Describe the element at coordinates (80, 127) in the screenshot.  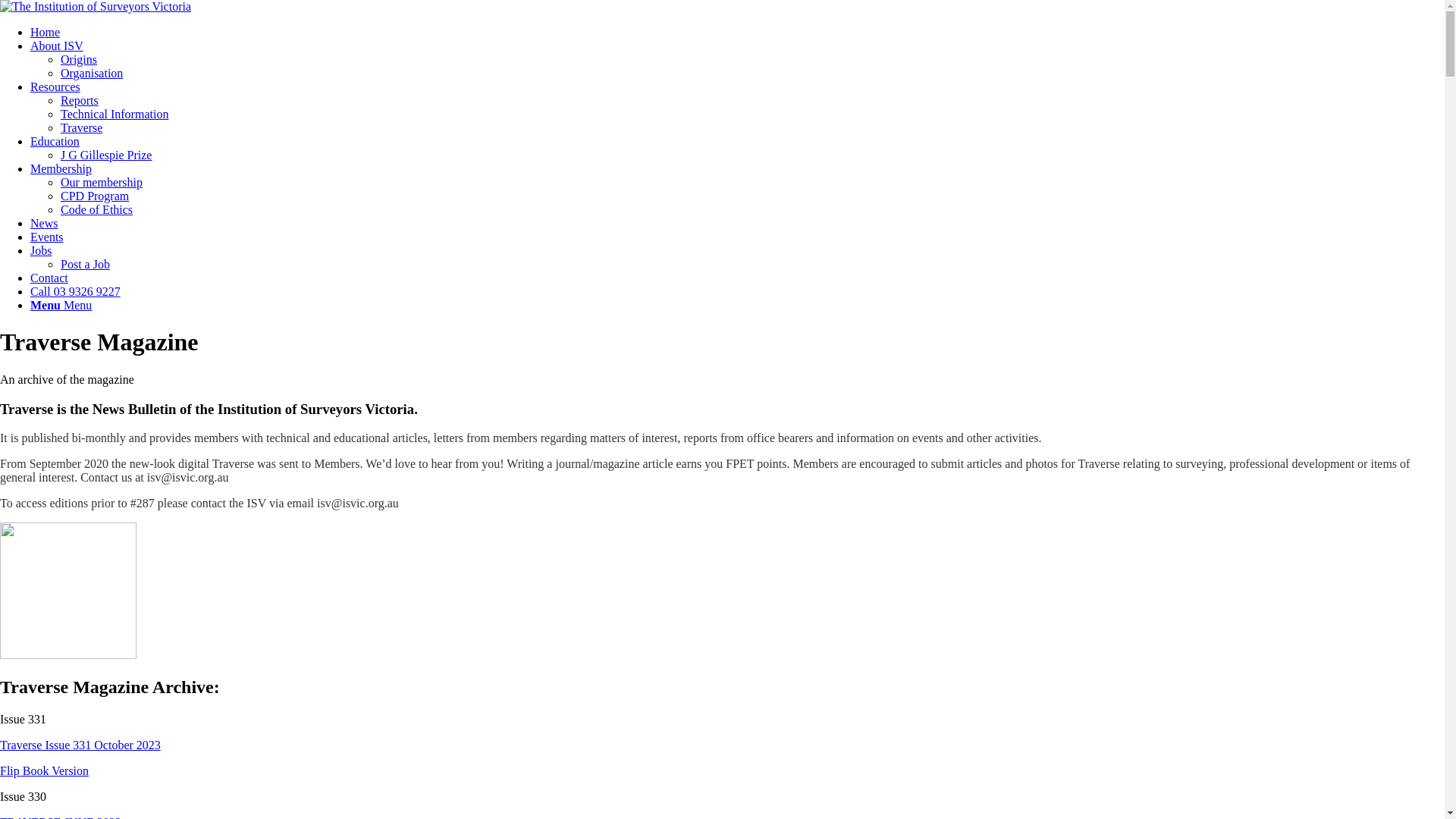
I see `'Traverse'` at that location.